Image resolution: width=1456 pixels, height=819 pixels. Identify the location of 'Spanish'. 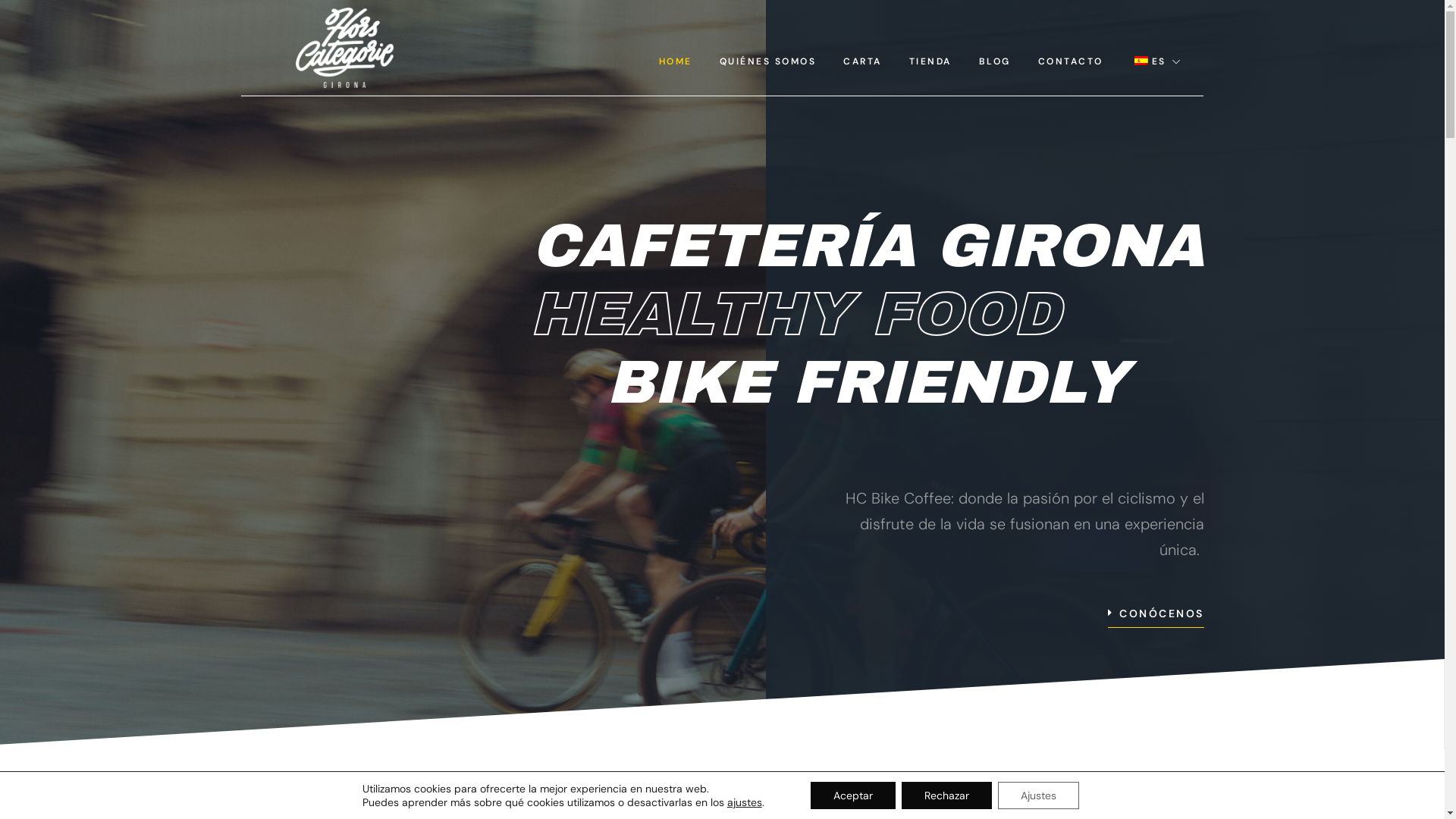
(1141, 60).